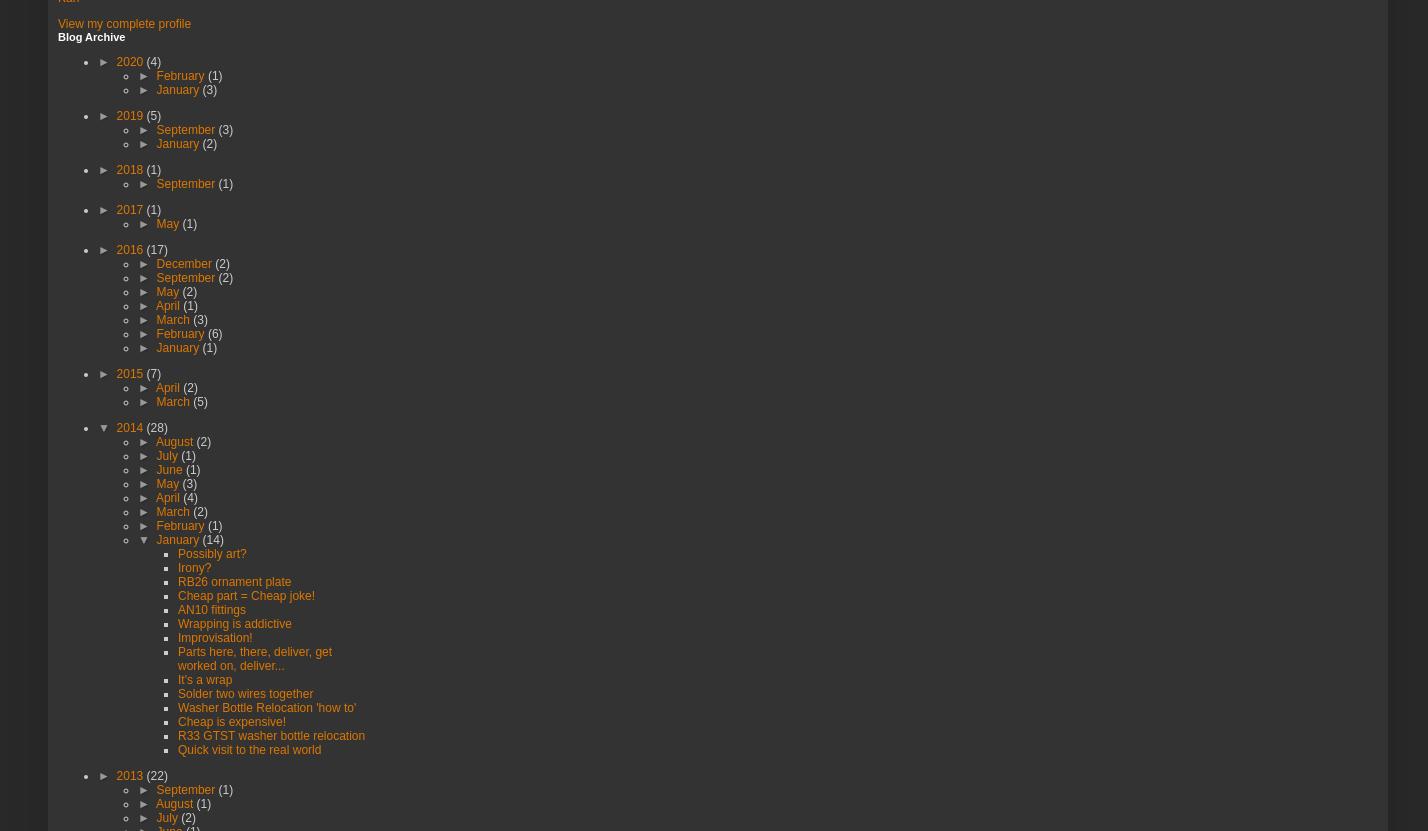 The image size is (1428, 831). Describe the element at coordinates (202, 537) in the screenshot. I see `'(14)'` at that location.